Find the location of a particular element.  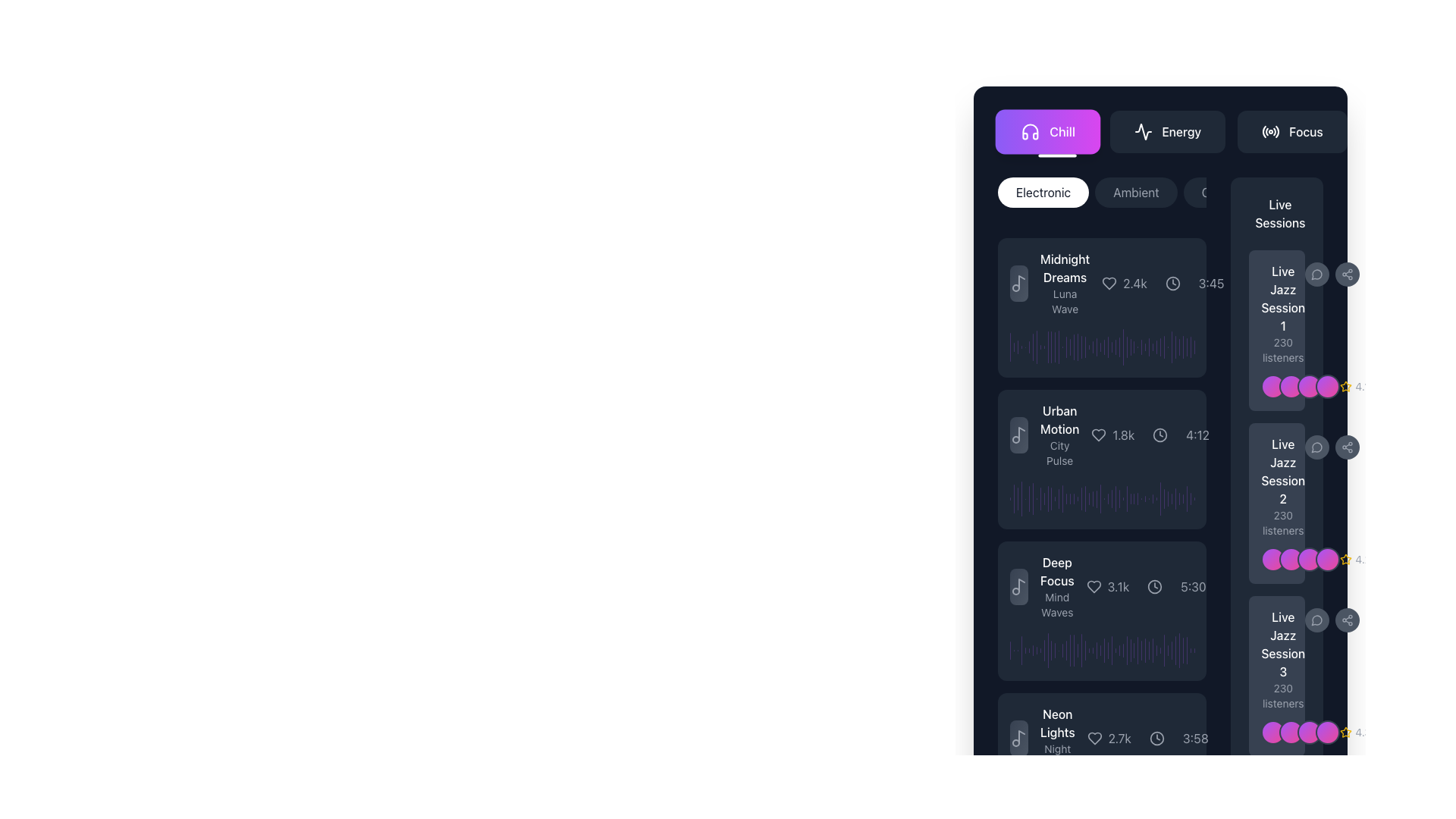

the 65th graphical indicator bar component, which is vertically aligned with the 'Deep Focus' label is located at coordinates (1175, 649).